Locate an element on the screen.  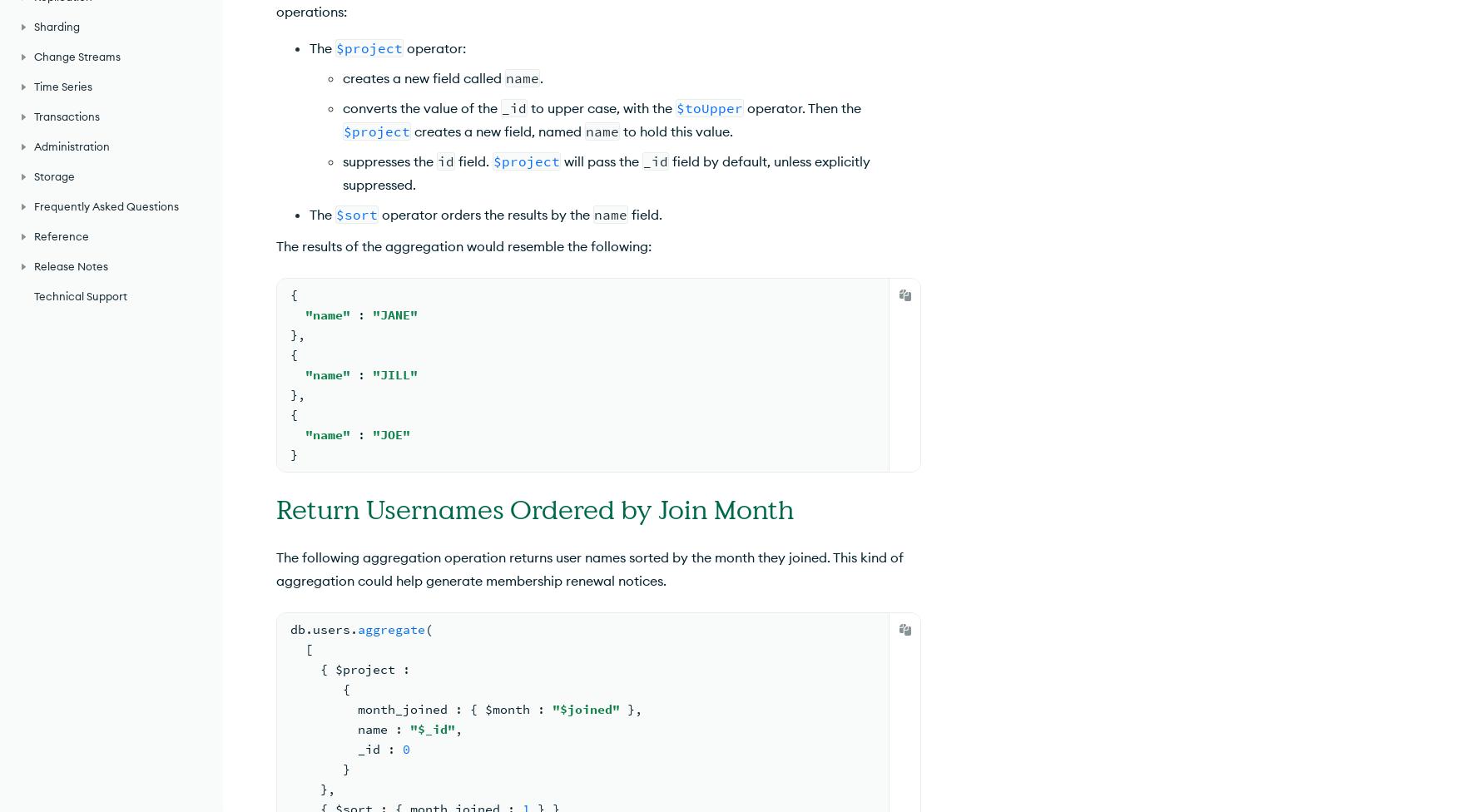
'will pass
the' is located at coordinates (601, 161).